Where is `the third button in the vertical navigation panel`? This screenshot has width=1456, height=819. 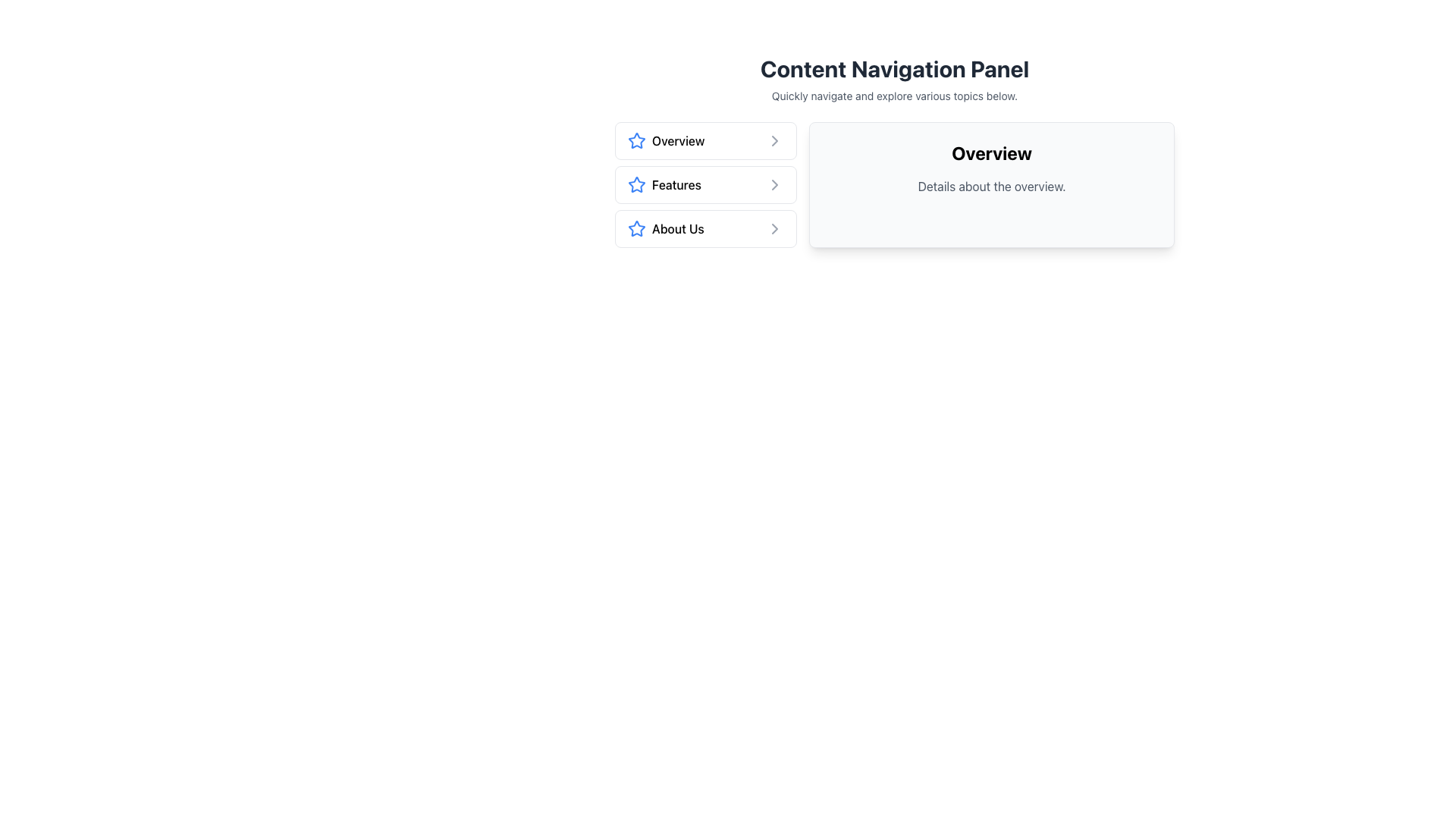
the third button in the vertical navigation panel is located at coordinates (705, 228).